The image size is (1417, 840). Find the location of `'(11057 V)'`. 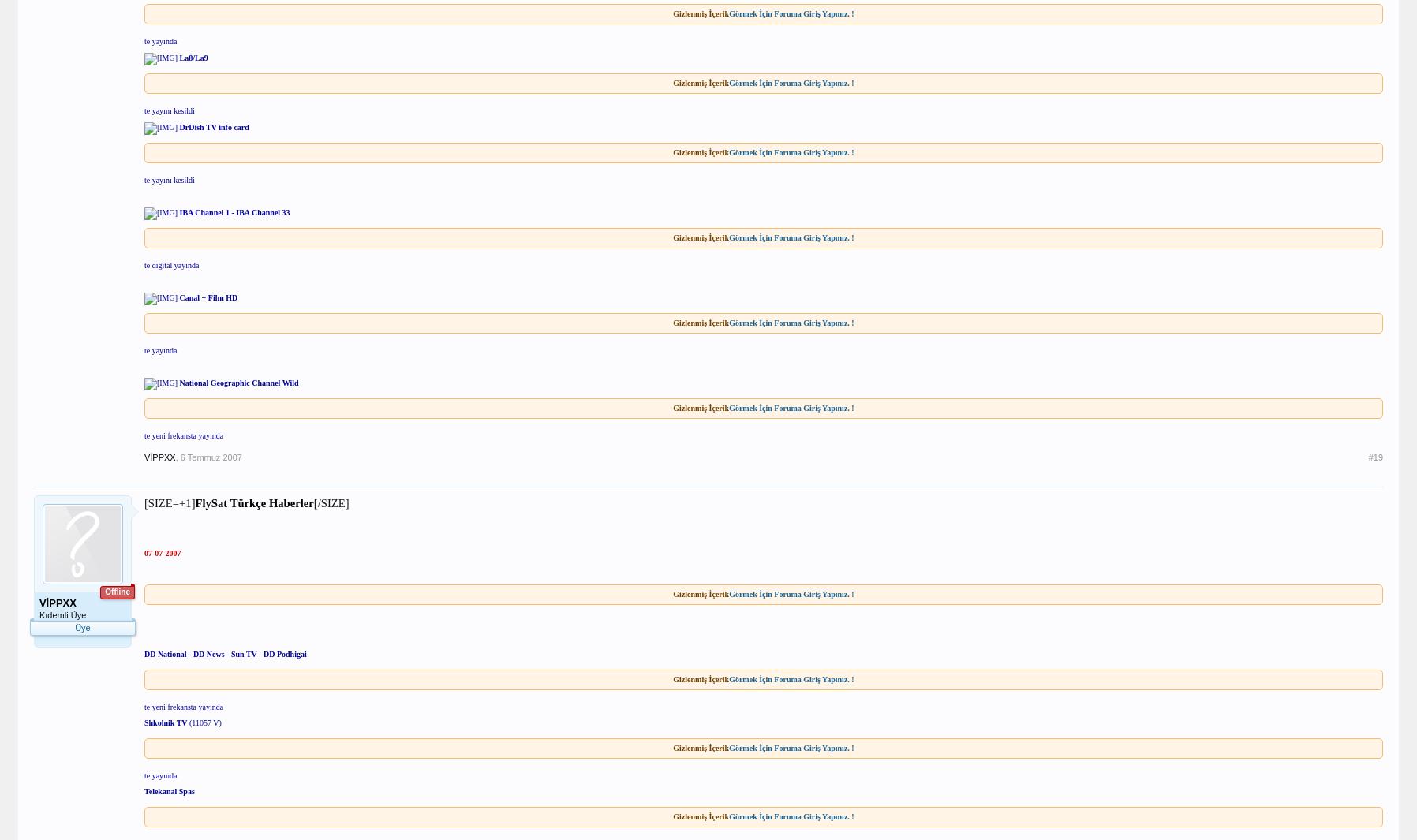

'(11057 V)' is located at coordinates (187, 722).